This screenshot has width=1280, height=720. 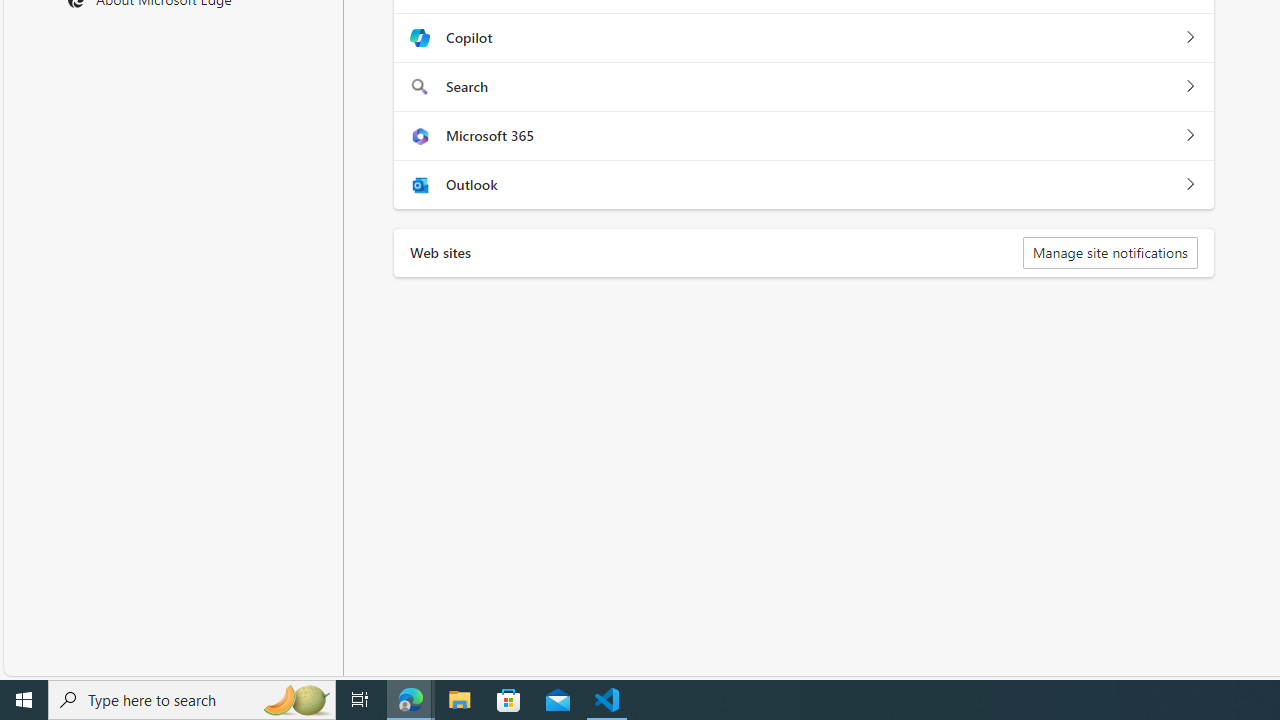 I want to click on 'Manage site notifications', so click(x=1108, y=252).